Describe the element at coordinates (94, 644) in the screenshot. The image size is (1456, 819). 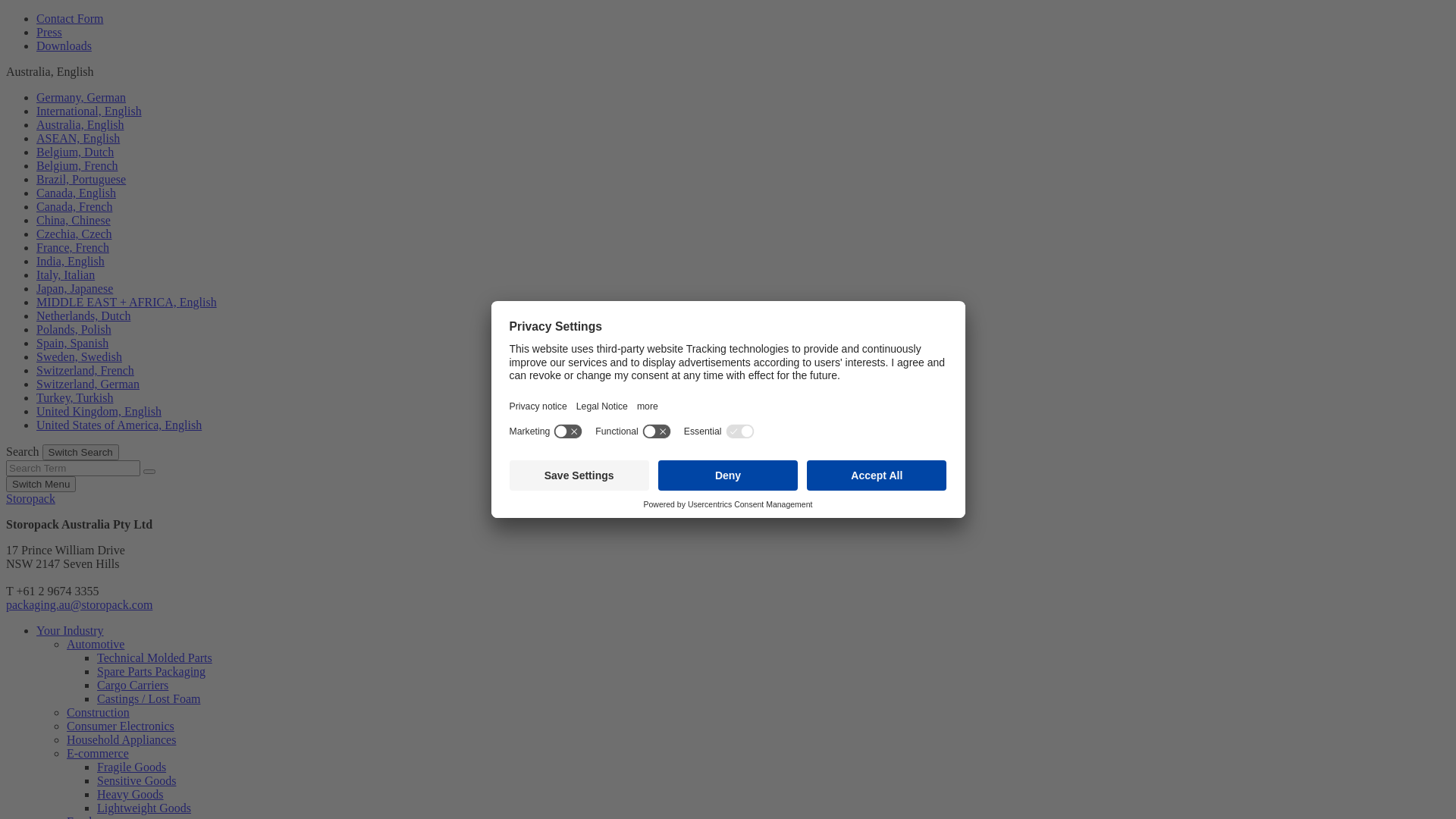
I see `'Automotive'` at that location.